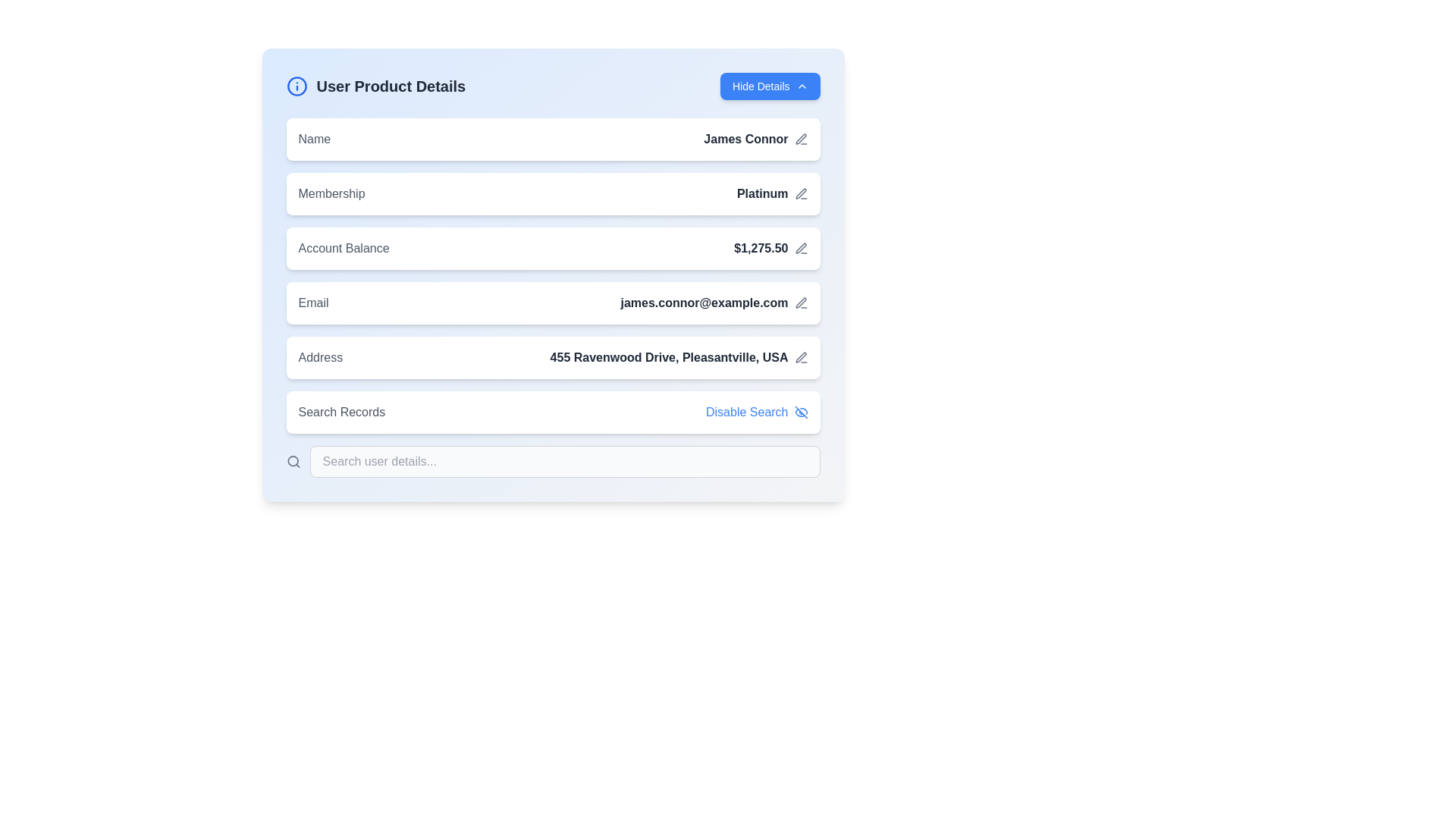  What do you see at coordinates (800, 303) in the screenshot?
I see `the edit icon button located in the row labeled 'Email', to the right of the email address 'james.connor@example.com', to initiate the edit functionality` at bounding box center [800, 303].